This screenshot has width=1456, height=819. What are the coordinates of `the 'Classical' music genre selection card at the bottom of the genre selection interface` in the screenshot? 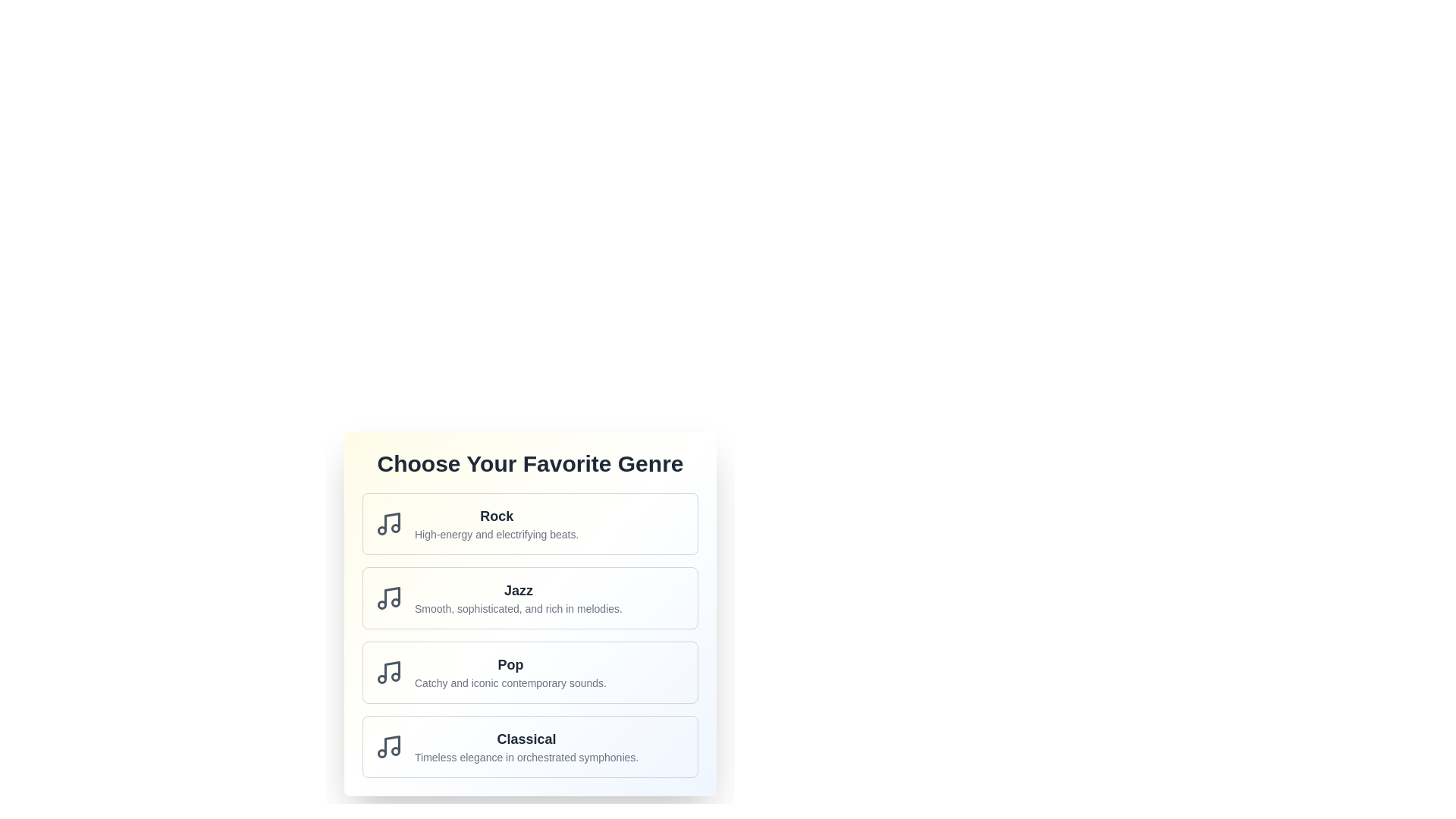 It's located at (530, 745).